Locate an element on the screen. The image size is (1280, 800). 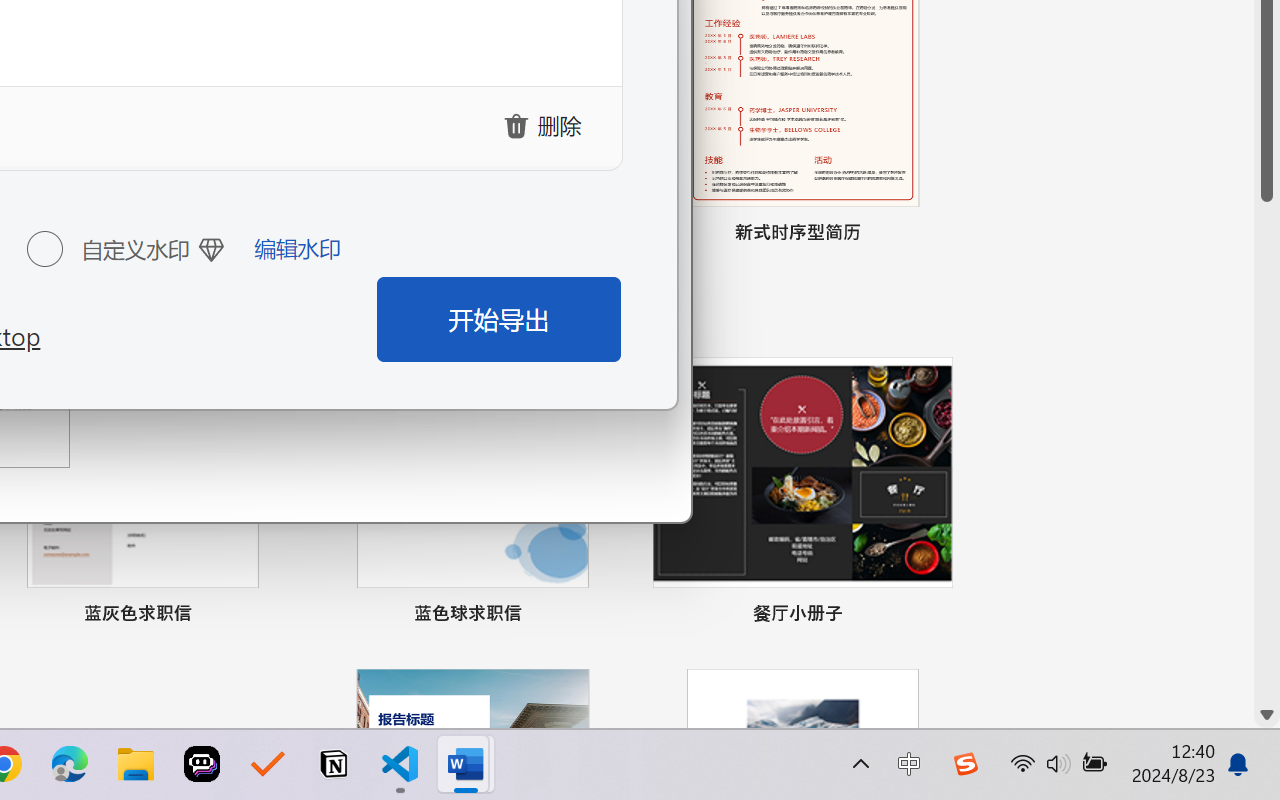
'clearAllFile' is located at coordinates (545, 124).